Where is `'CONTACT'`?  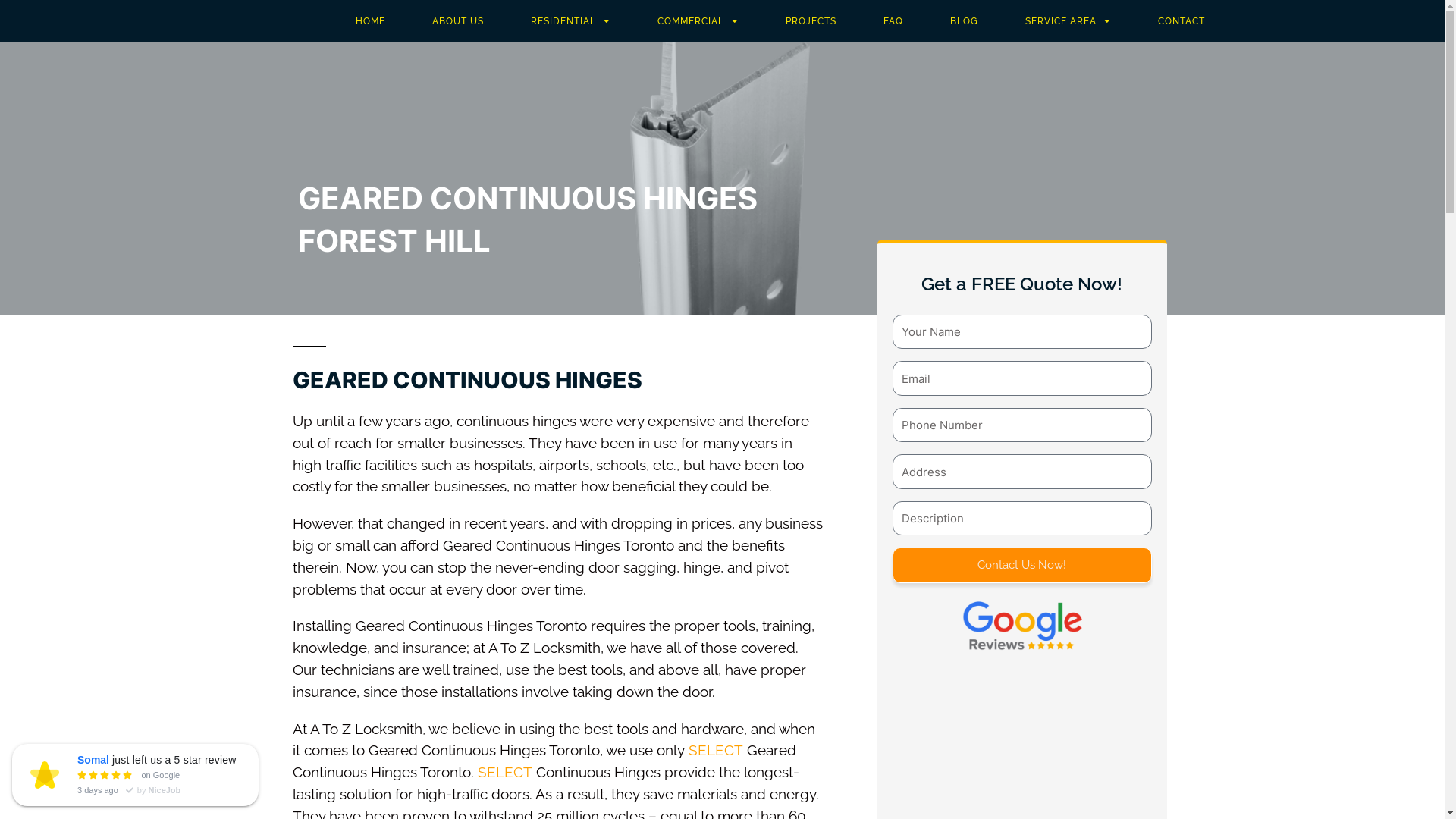
'CONTACT' is located at coordinates (1181, 20).